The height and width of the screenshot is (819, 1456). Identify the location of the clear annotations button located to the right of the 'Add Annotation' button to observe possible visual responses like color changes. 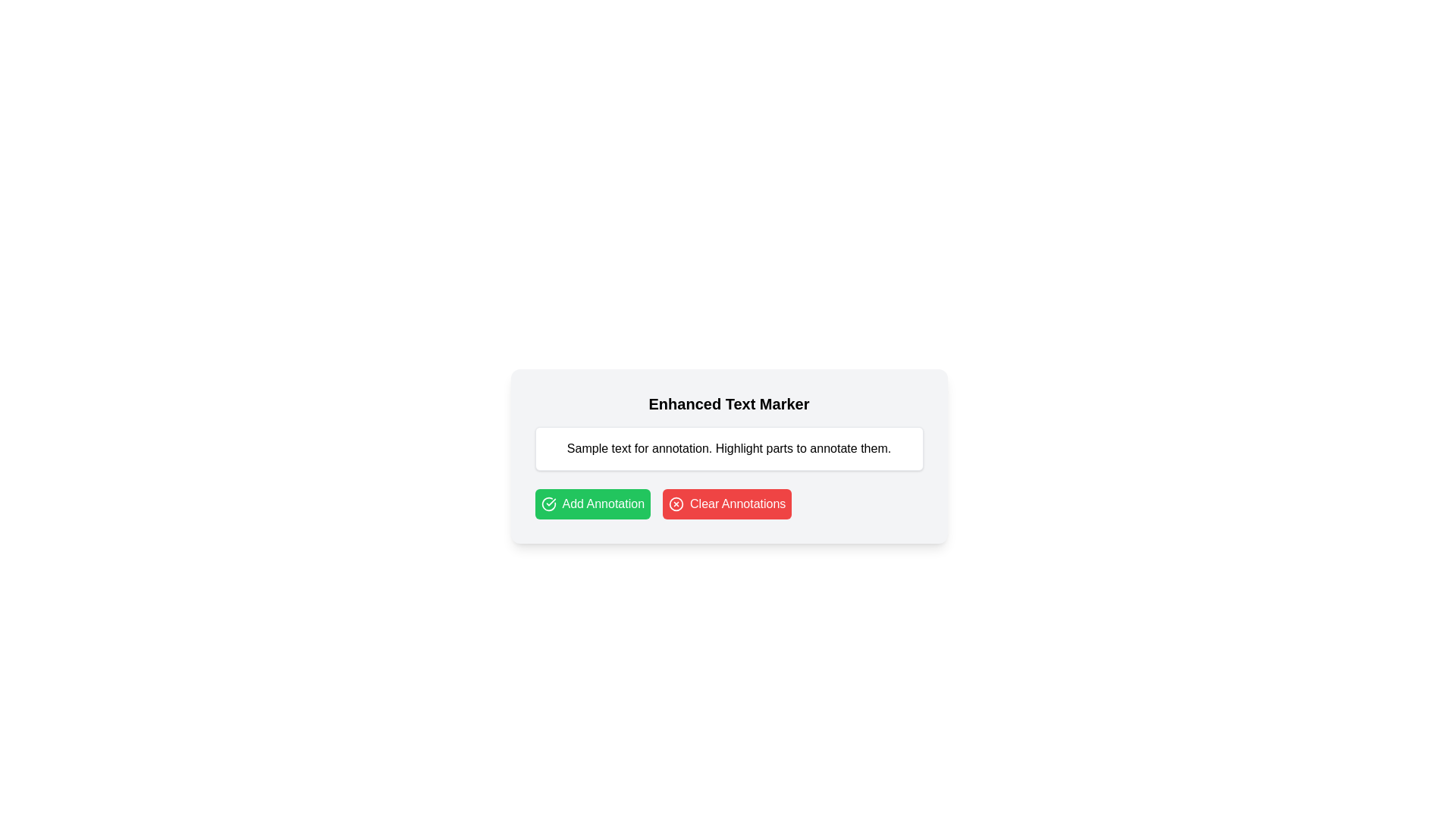
(726, 504).